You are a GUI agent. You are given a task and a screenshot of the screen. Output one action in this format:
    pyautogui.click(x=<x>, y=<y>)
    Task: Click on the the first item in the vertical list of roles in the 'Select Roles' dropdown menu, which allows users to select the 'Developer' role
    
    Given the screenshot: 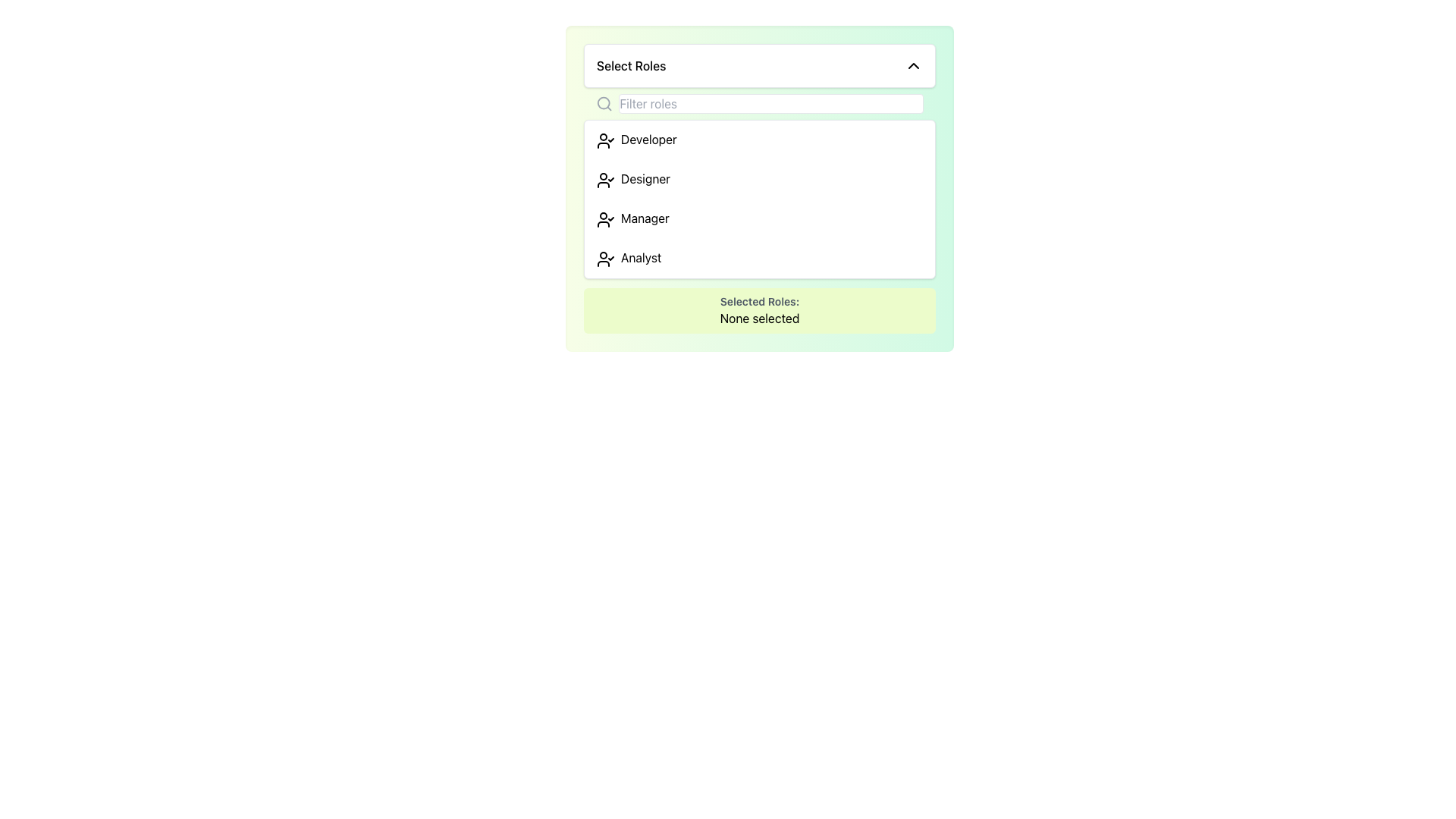 What is the action you would take?
    pyautogui.click(x=760, y=140)
    